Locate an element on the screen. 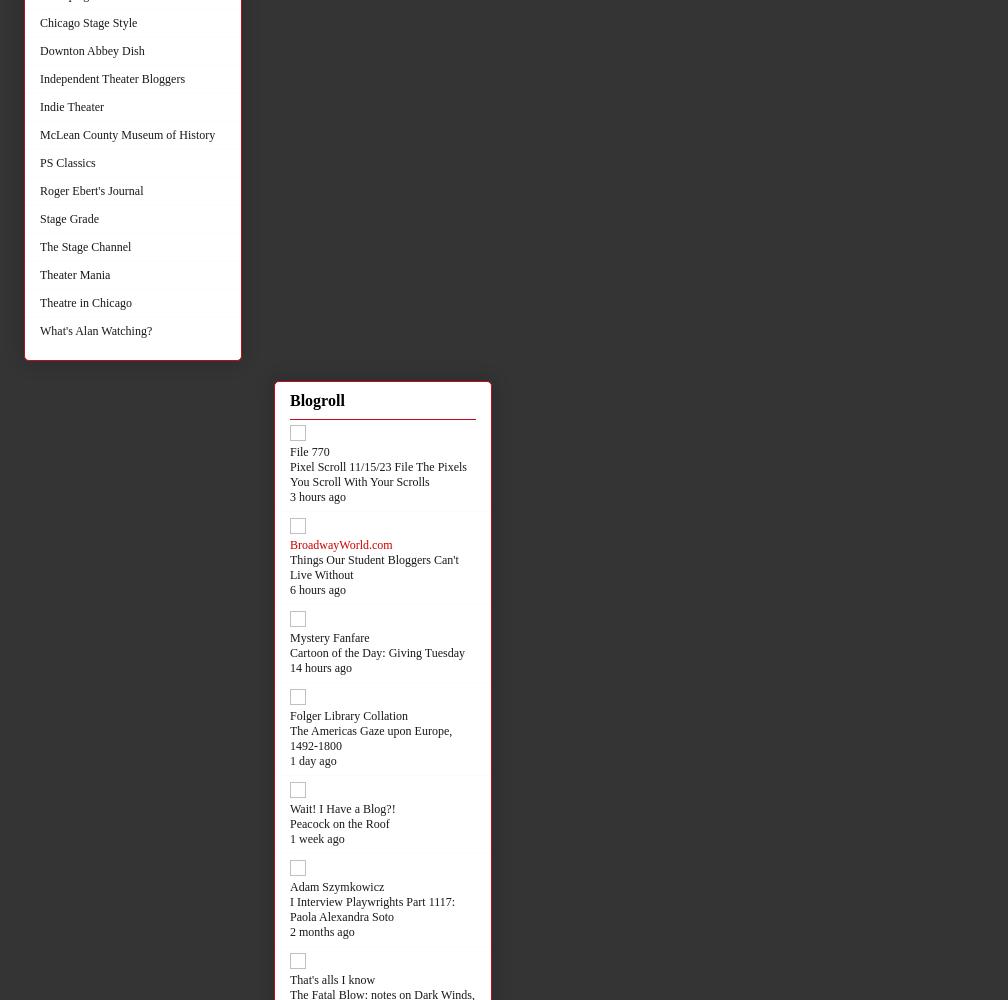 The width and height of the screenshot is (1008, 1000). 'The Stage Channel' is located at coordinates (85, 246).